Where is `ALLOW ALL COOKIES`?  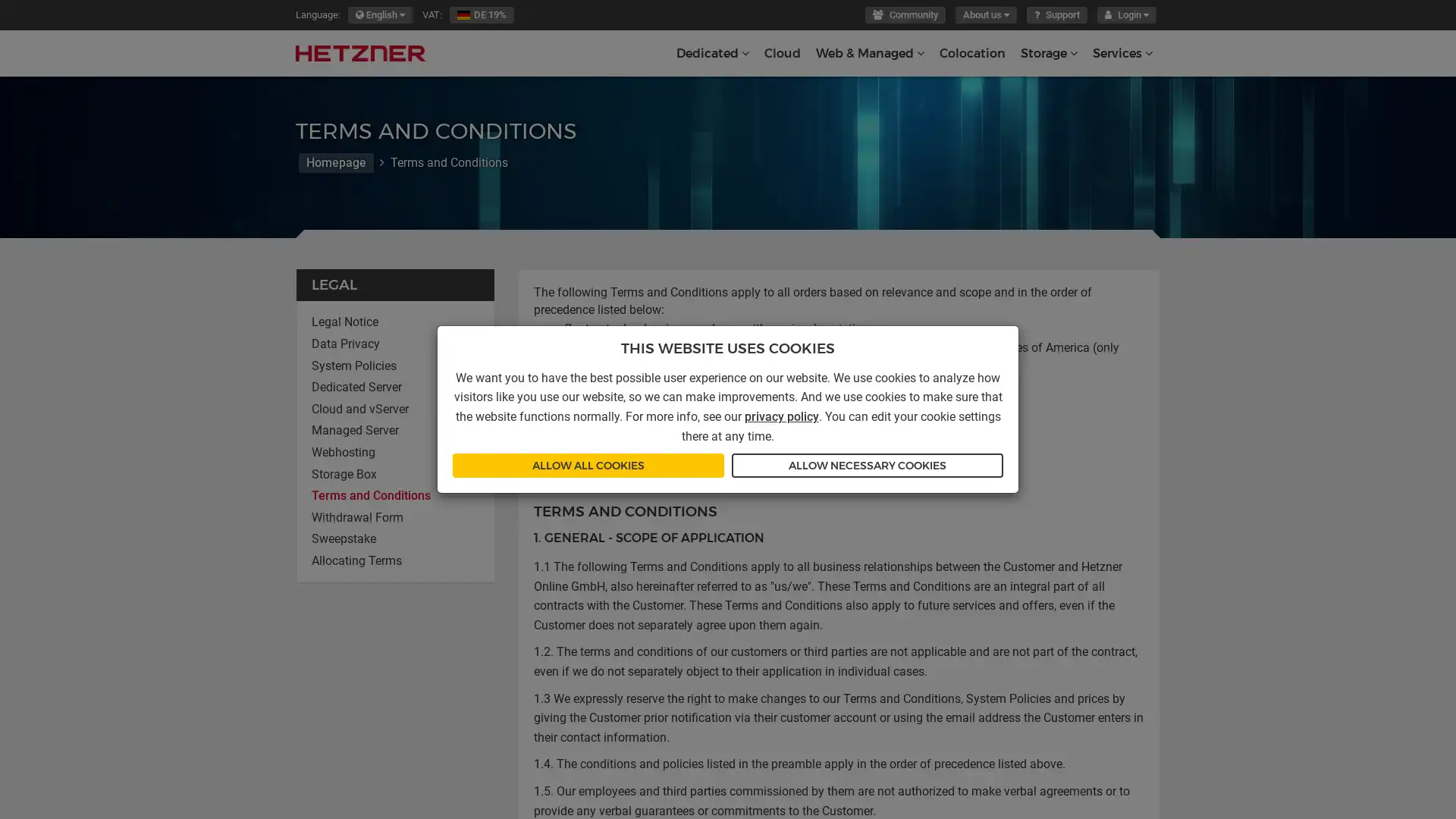
ALLOW ALL COOKIES is located at coordinates (588, 464).